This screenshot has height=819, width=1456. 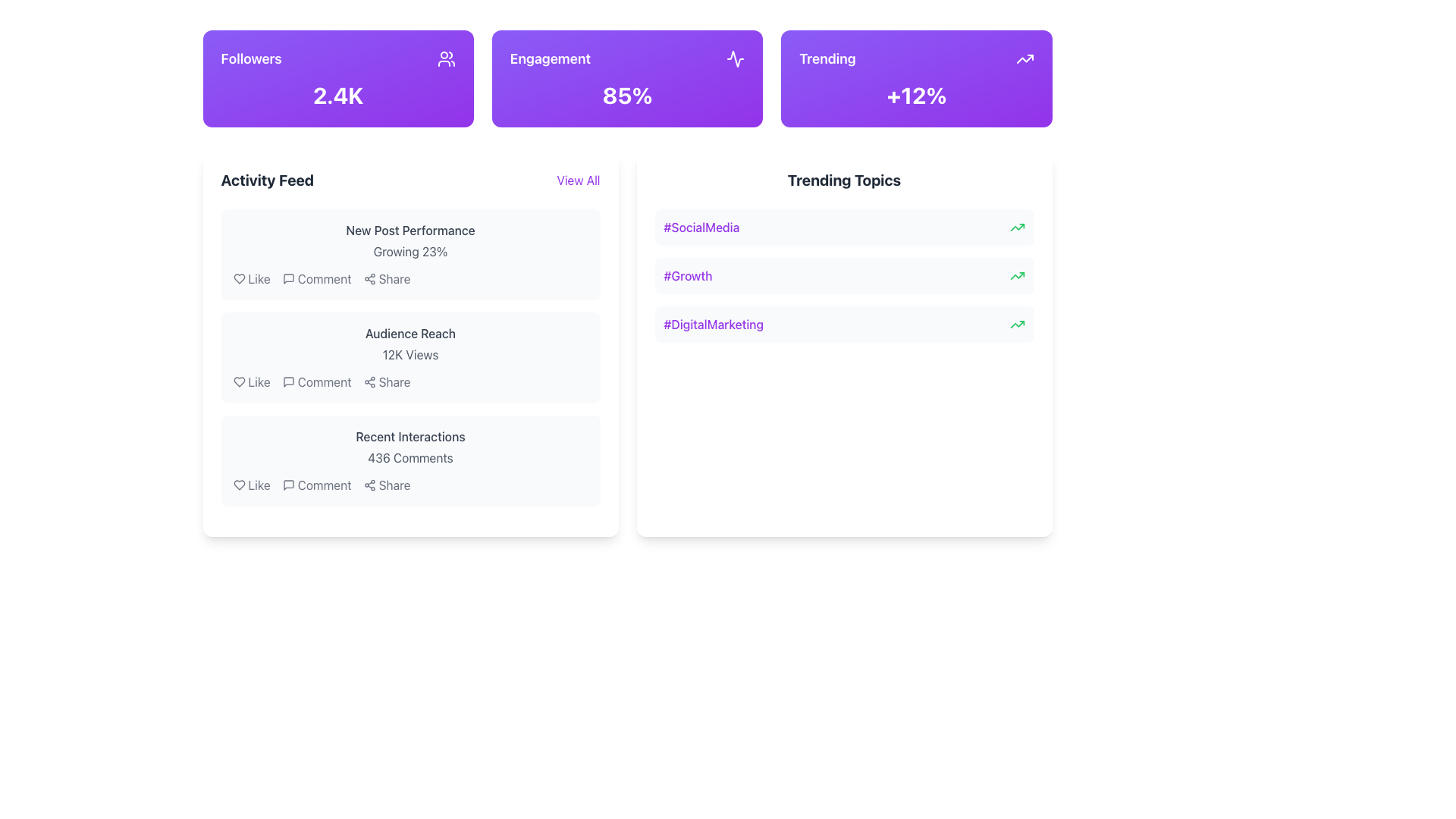 I want to click on the 'Like' Text Label located in the bottom area of the activity feed section, positioned next to the heart icon, for context about the 'Like' action, so click(x=259, y=485).